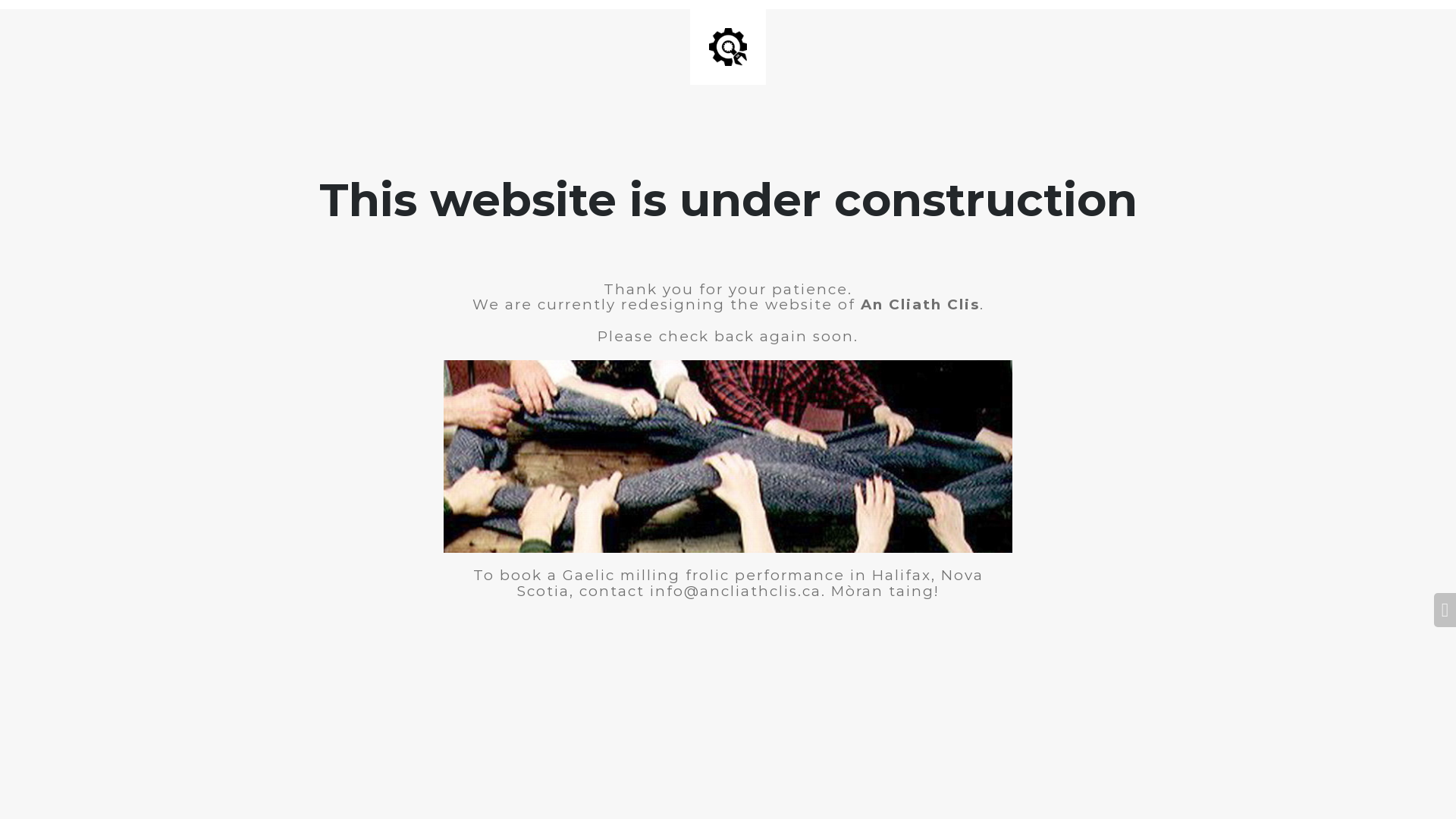  What do you see at coordinates (728, 45) in the screenshot?
I see `'Site is Under Construction'` at bounding box center [728, 45].